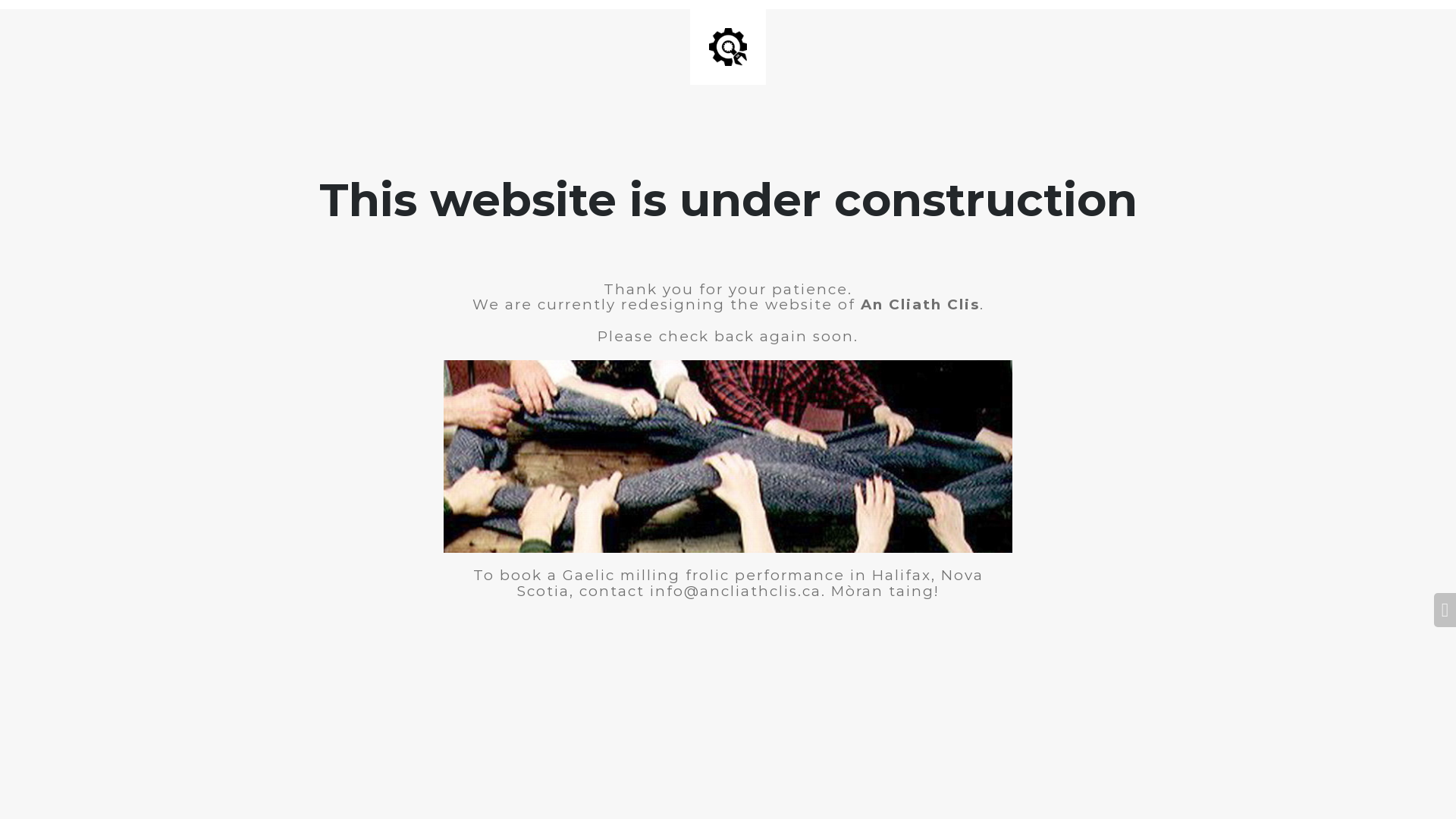  What do you see at coordinates (728, 45) in the screenshot?
I see `'Site is Under Construction'` at bounding box center [728, 45].